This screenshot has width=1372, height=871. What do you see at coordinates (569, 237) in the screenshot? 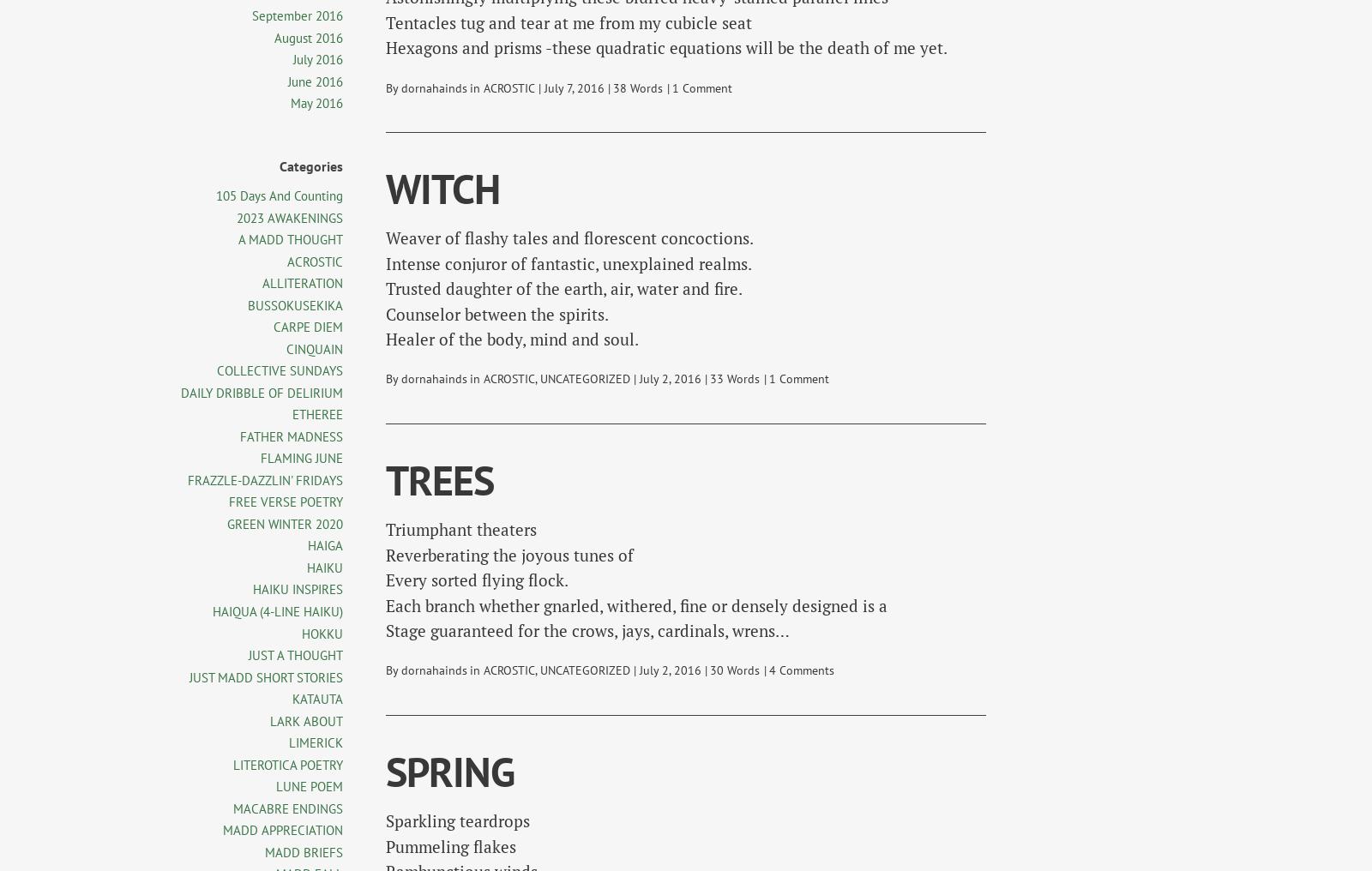
I see `'Weaver of flashy tales and florescent concoctions.'` at bounding box center [569, 237].